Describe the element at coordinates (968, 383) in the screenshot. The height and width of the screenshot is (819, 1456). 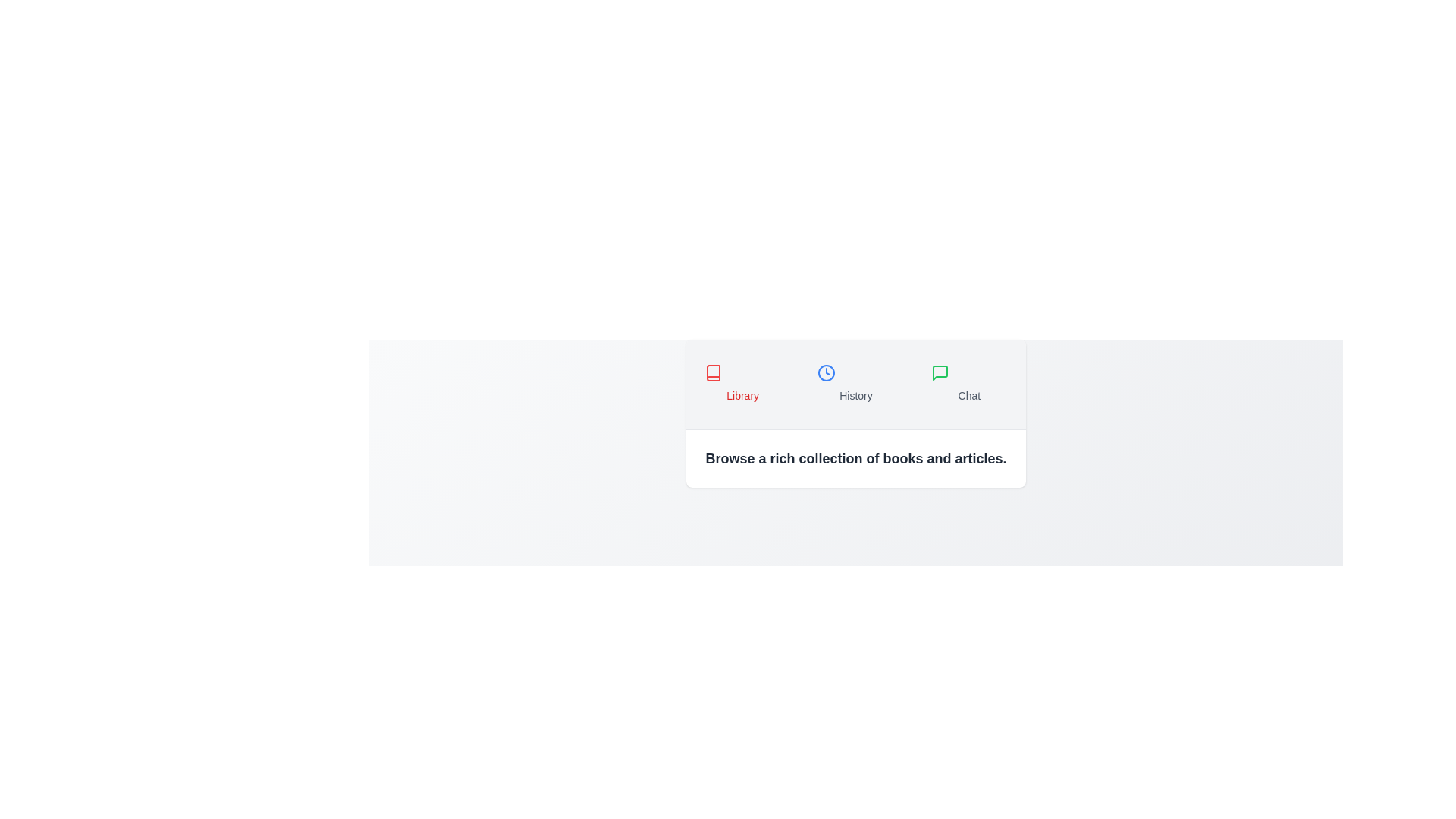
I see `the Chat tab to view its content` at that location.